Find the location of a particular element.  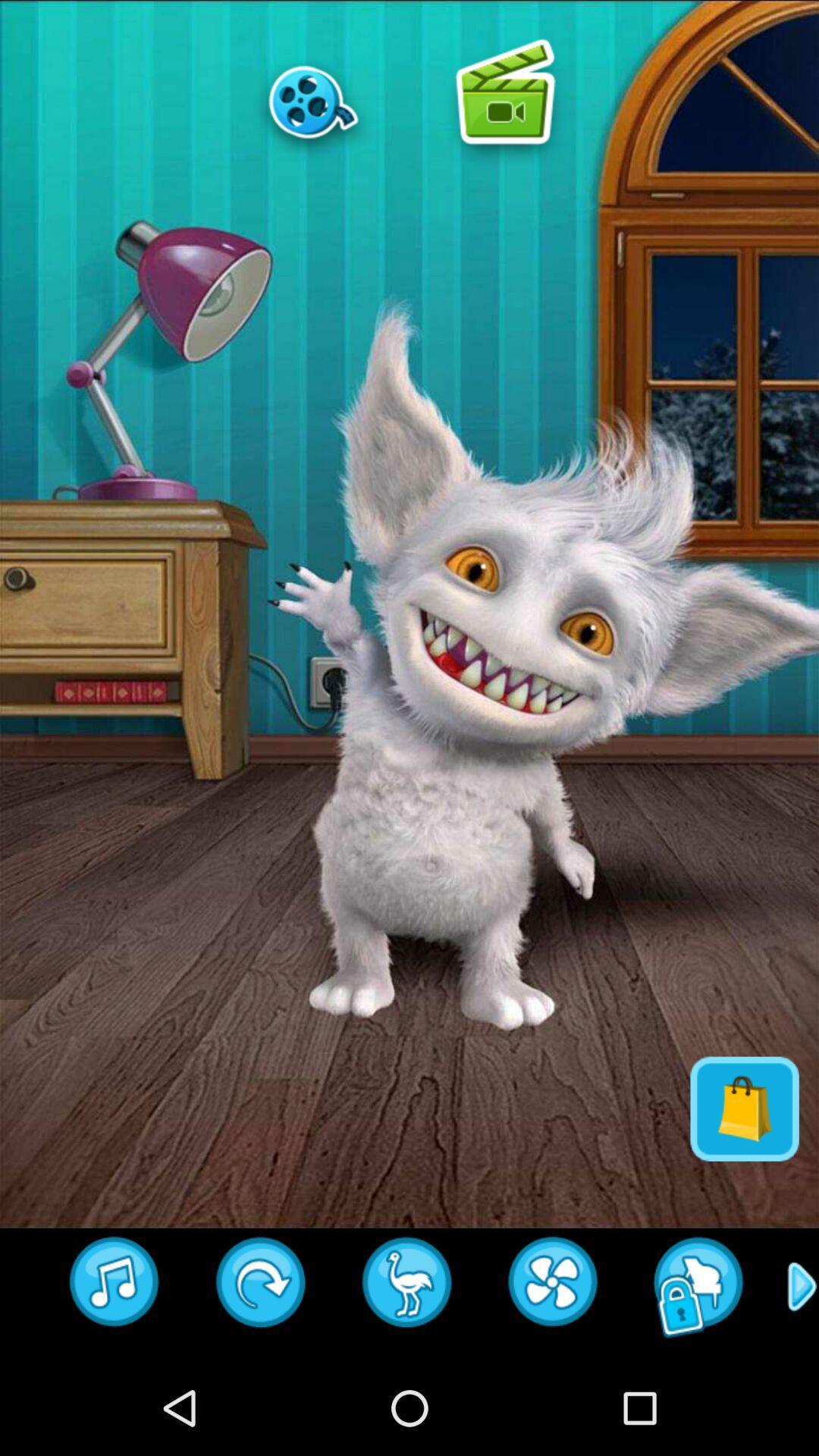

the music icon is located at coordinates (114, 1377).